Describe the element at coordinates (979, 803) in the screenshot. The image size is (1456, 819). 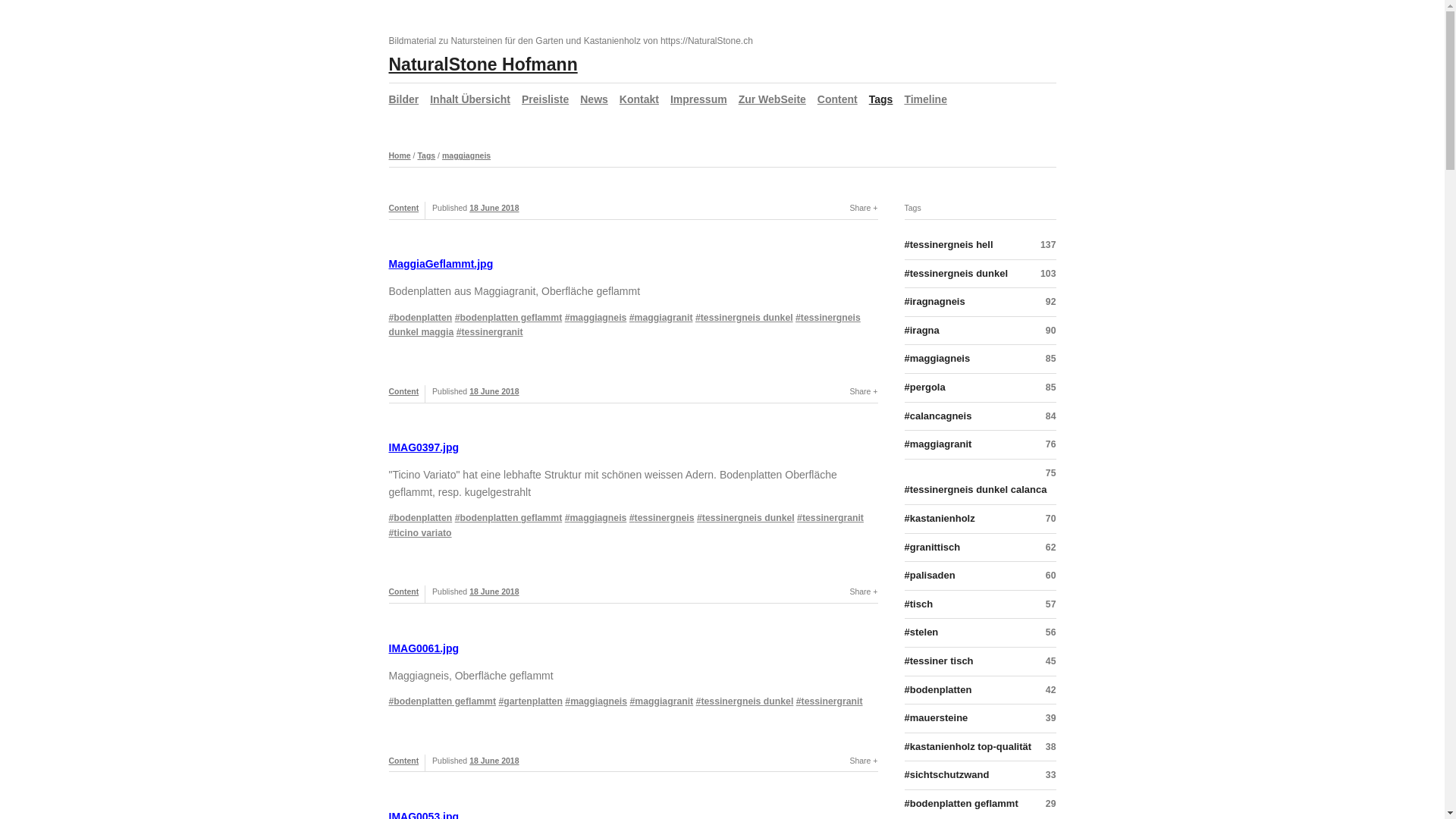
I see `'29` at that location.